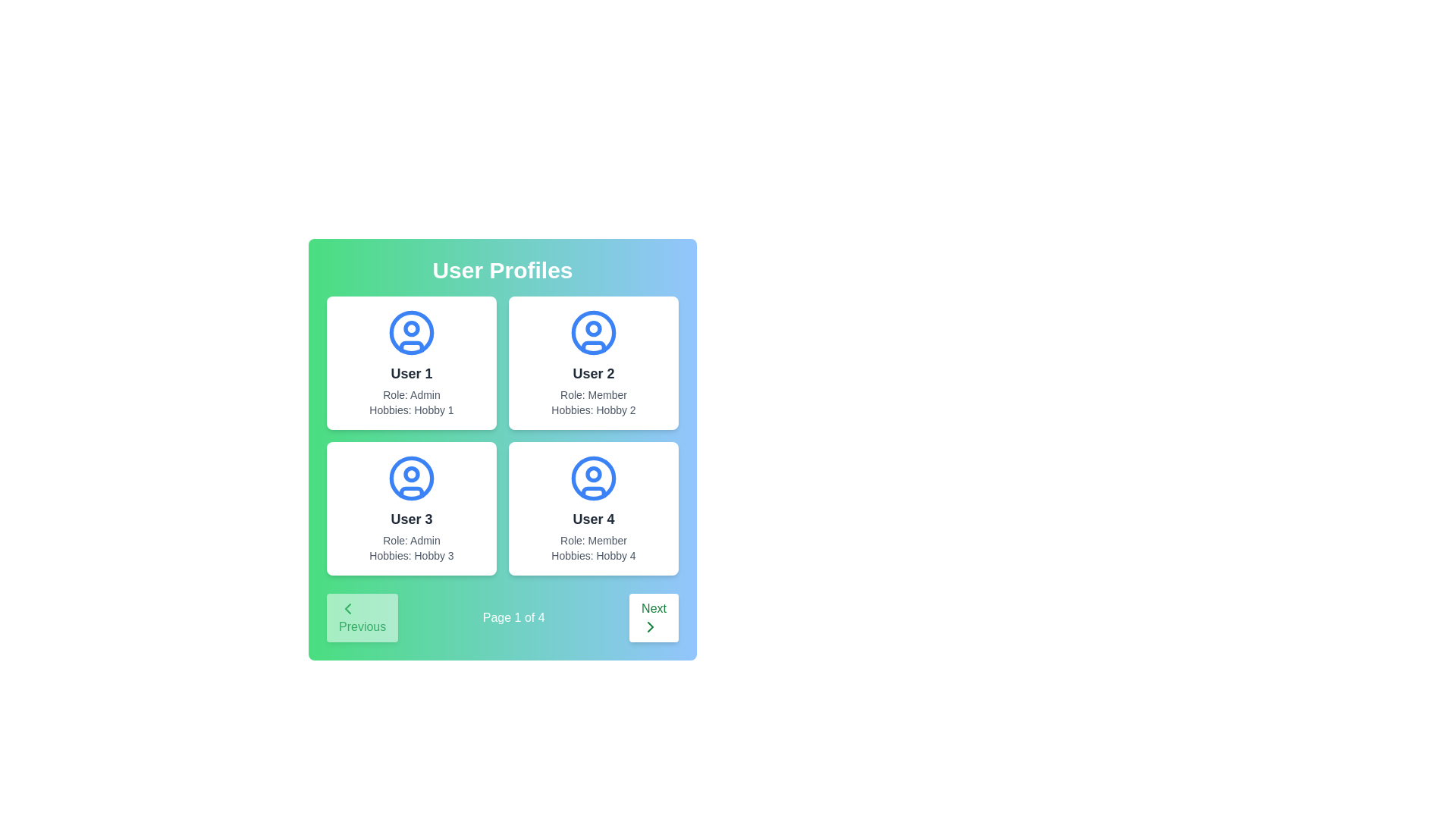 The height and width of the screenshot is (819, 1456). I want to click on the user profile icon, which is a blue circle with a head and shoulders design, located at the top of the 'User 1' tile in the 'User Profiles' section, so click(411, 332).